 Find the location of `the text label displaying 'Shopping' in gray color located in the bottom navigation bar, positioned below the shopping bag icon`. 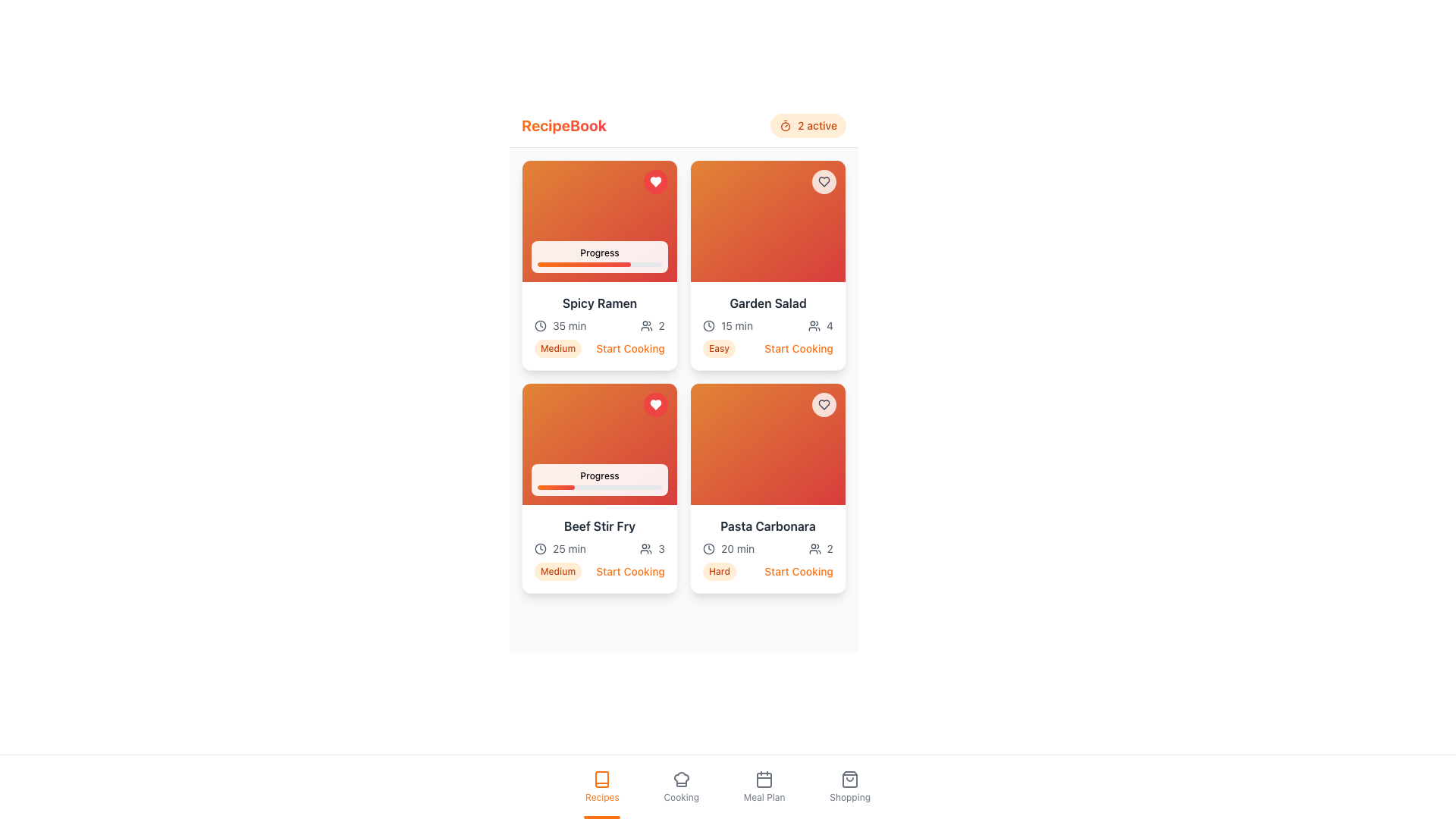

the text label displaying 'Shopping' in gray color located in the bottom navigation bar, positioned below the shopping bag icon is located at coordinates (850, 797).